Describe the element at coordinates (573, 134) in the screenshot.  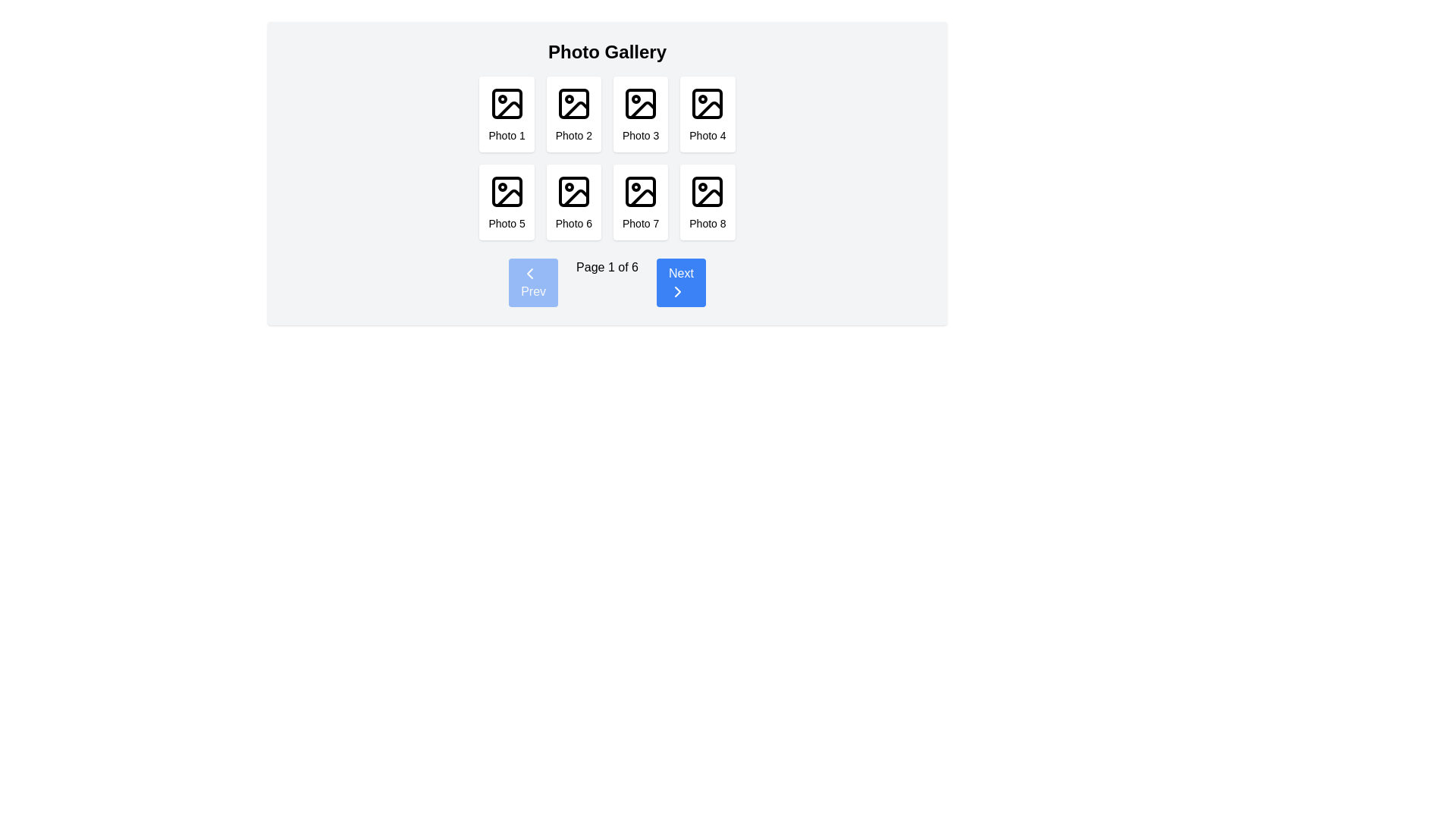
I see `the descriptive label indicating the name or identifier of a particular photo, located underneath the second image icon in the top row of the grid layout` at that location.